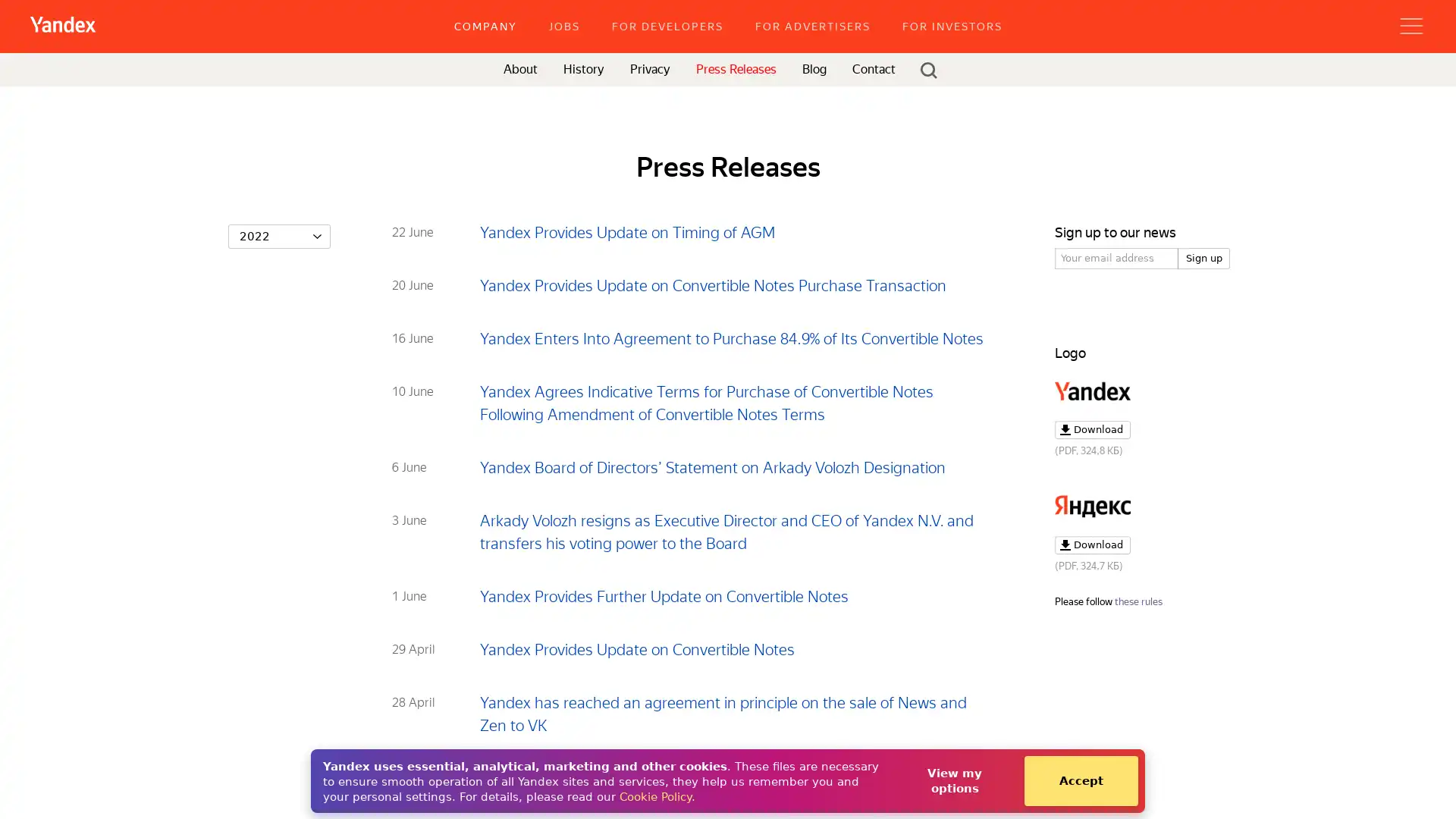  What do you see at coordinates (1080, 780) in the screenshot?
I see `Accept` at bounding box center [1080, 780].